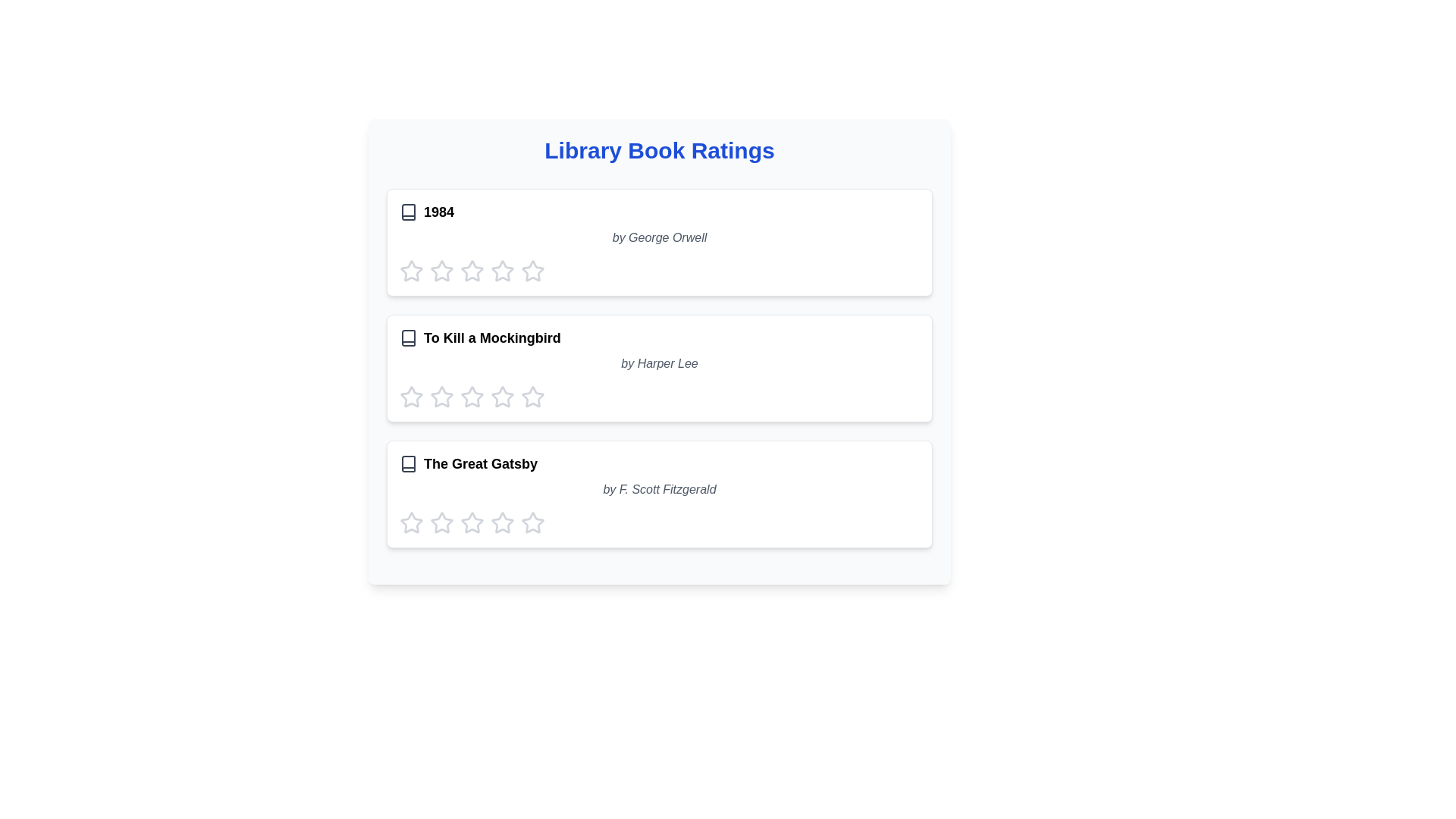 The height and width of the screenshot is (819, 1456). What do you see at coordinates (659, 489) in the screenshot?
I see `the italic gray text label stating 'by F. Scott Fitzgerald' that is located below the title 'The Great Gatsby' in the book card` at bounding box center [659, 489].